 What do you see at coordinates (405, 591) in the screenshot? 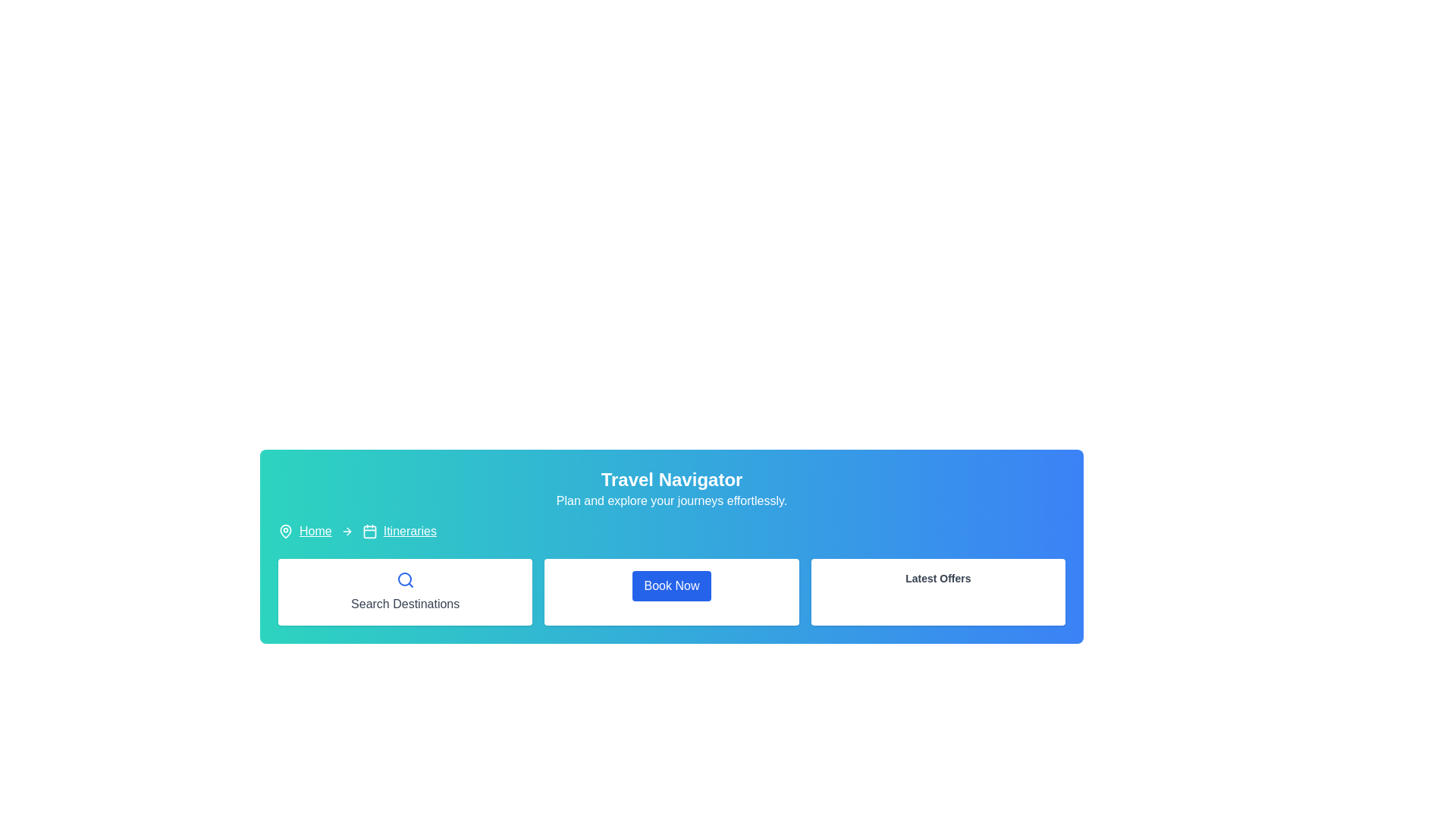
I see `the leftmost button in the Text and icon section, which is located below the title 'Travel Navigator'` at bounding box center [405, 591].